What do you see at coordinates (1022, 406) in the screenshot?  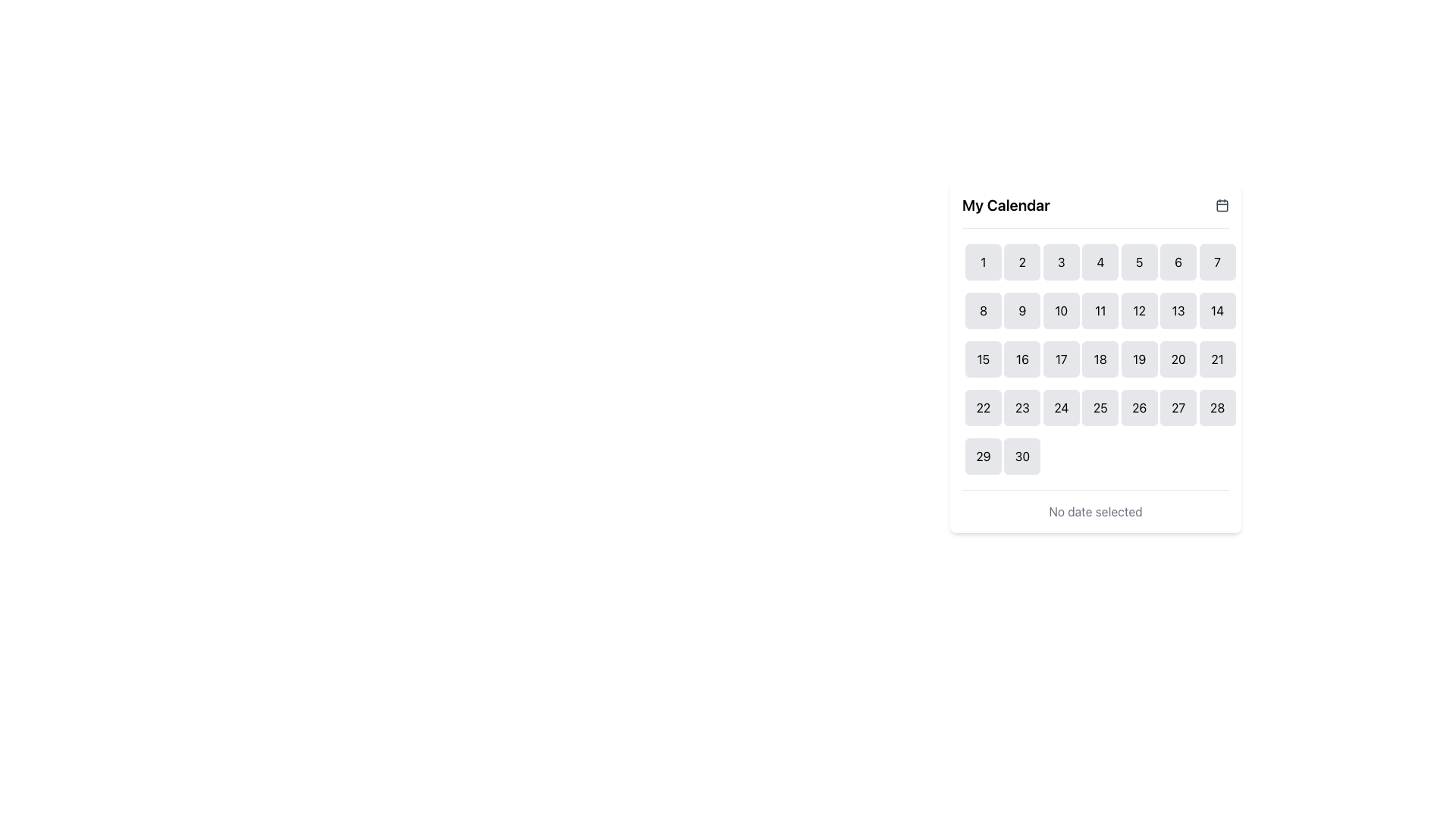 I see `the button labeled '23' in the calendar grid` at bounding box center [1022, 406].